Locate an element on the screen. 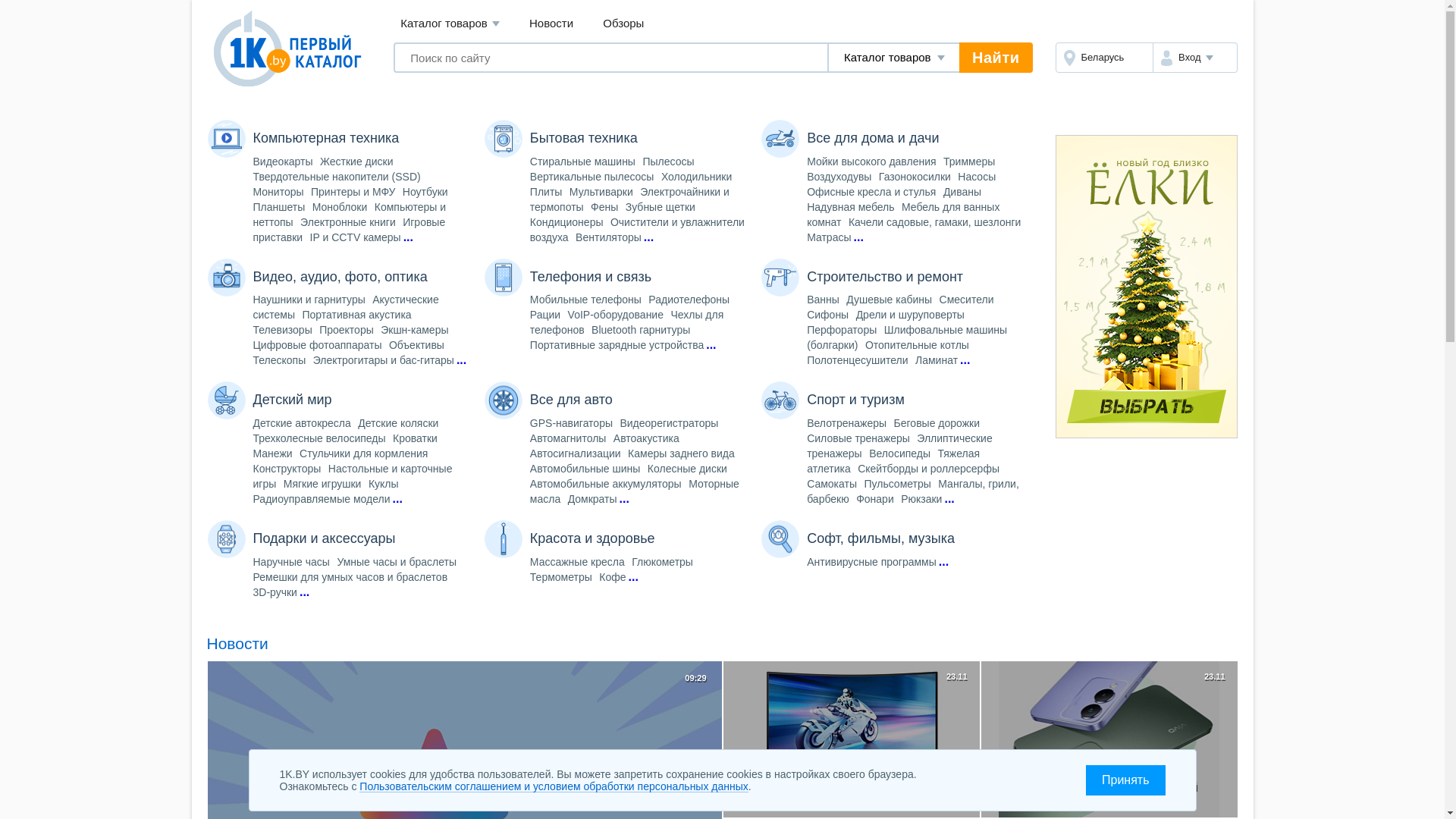 Image resolution: width=1456 pixels, height=819 pixels. '...' is located at coordinates (858, 237).